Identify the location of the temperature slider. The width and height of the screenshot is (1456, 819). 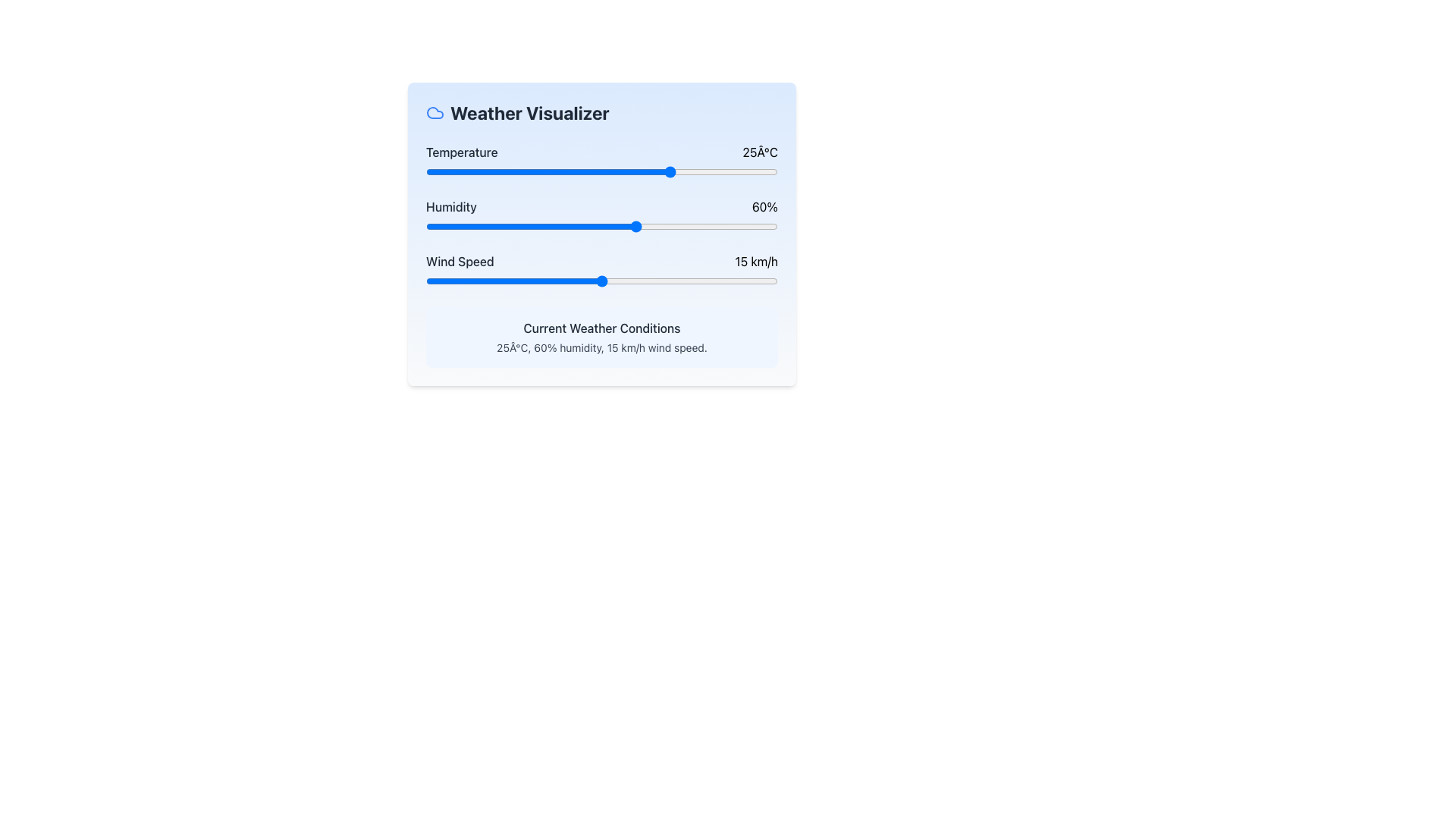
(524, 171).